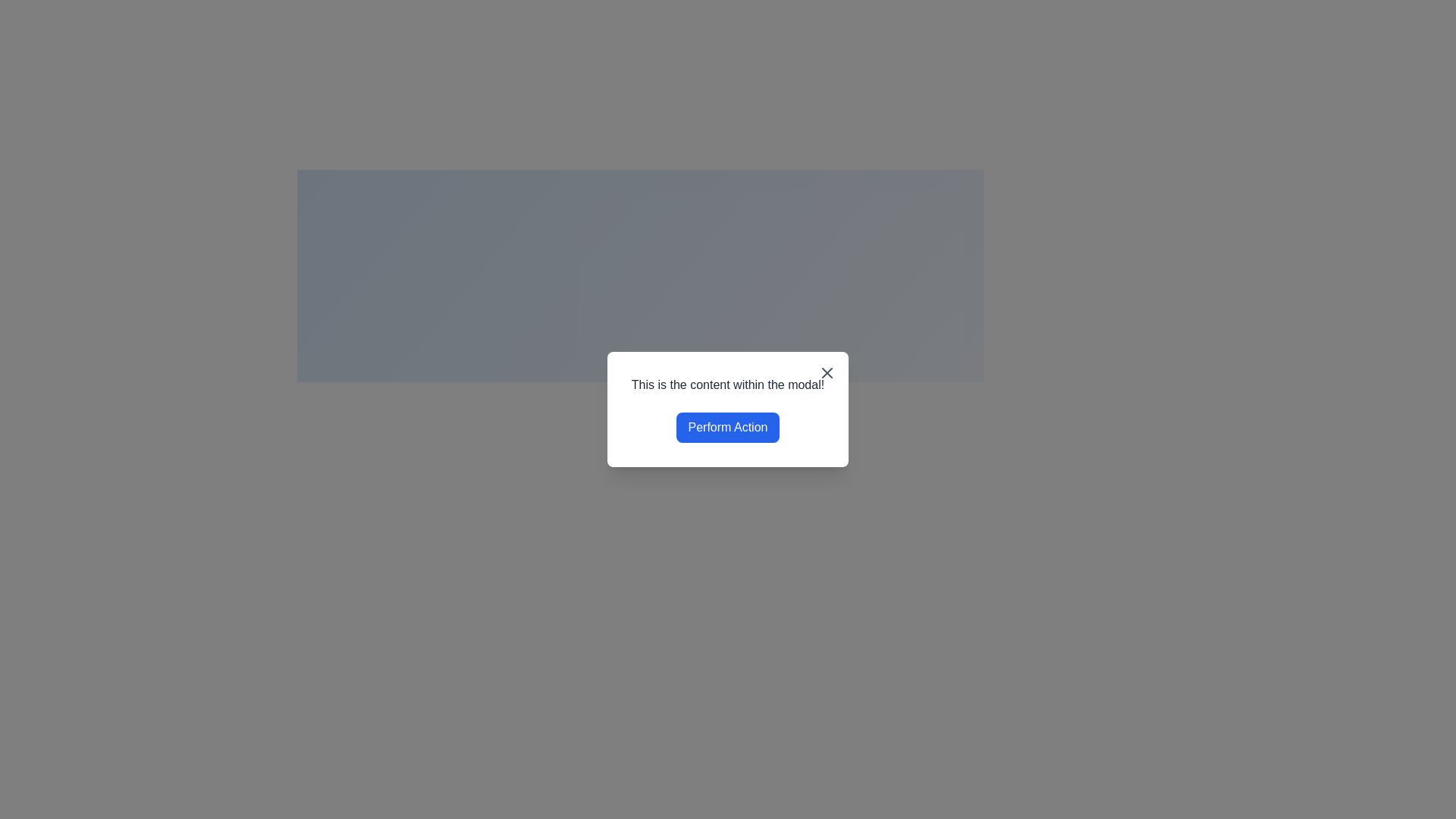 The height and width of the screenshot is (819, 1456). I want to click on the close button located in the top-right corner of the modal's header area, so click(827, 373).